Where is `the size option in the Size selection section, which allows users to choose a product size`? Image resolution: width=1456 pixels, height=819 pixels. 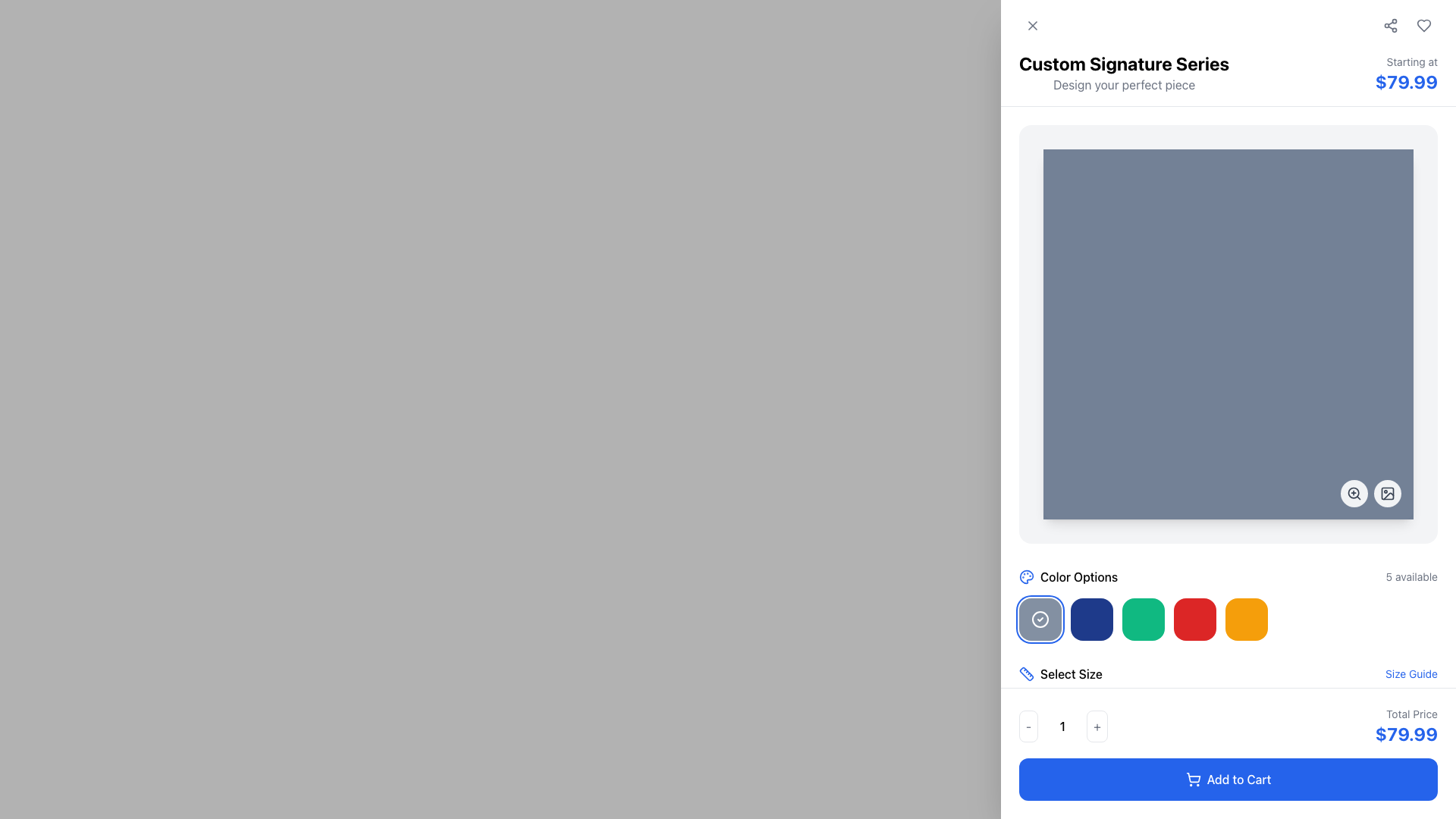
the size option in the Size selection section, which allows users to choose a product size is located at coordinates (1228, 698).